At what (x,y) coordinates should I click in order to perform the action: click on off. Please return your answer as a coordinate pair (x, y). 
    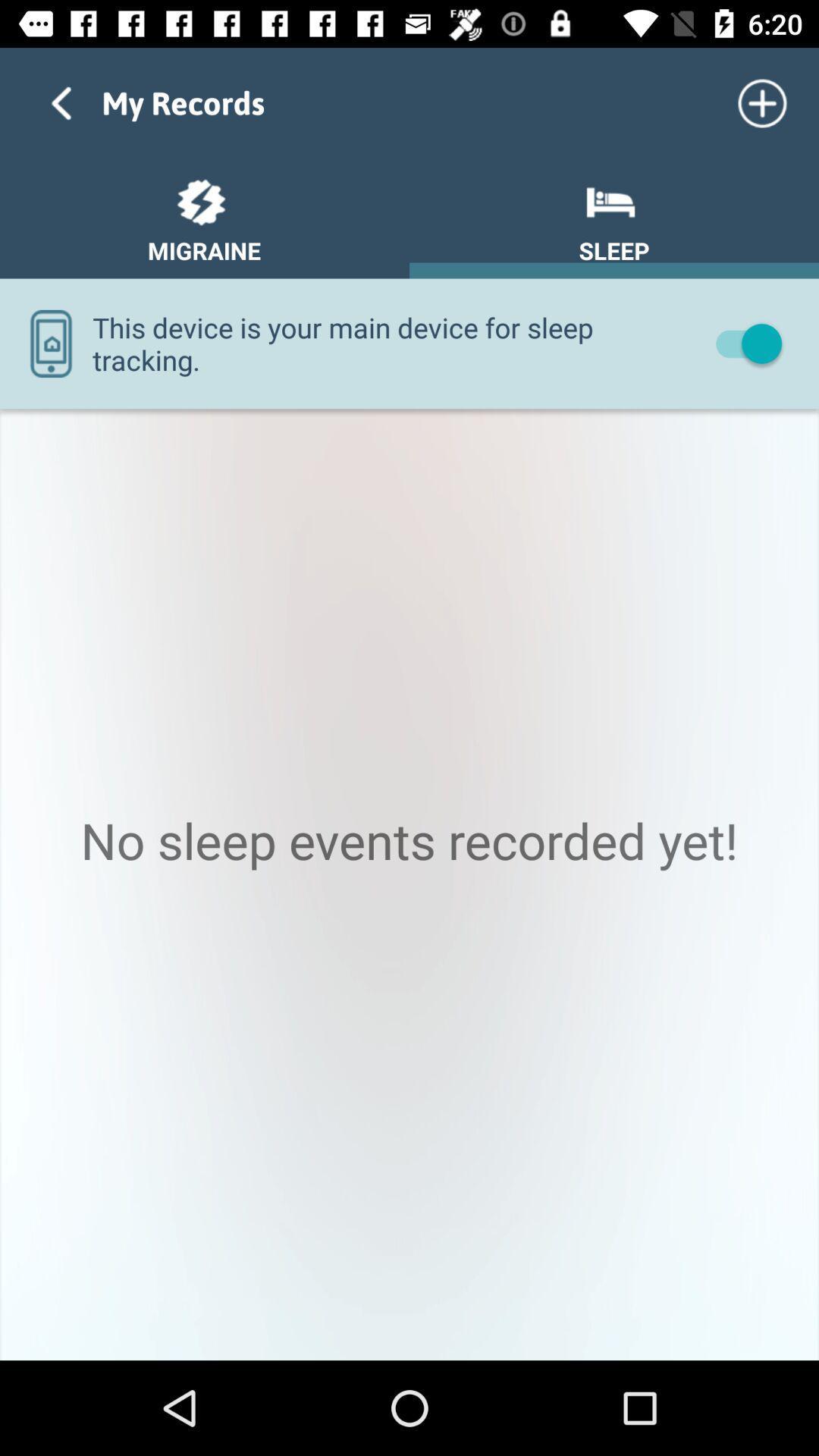
    Looking at the image, I should click on (741, 342).